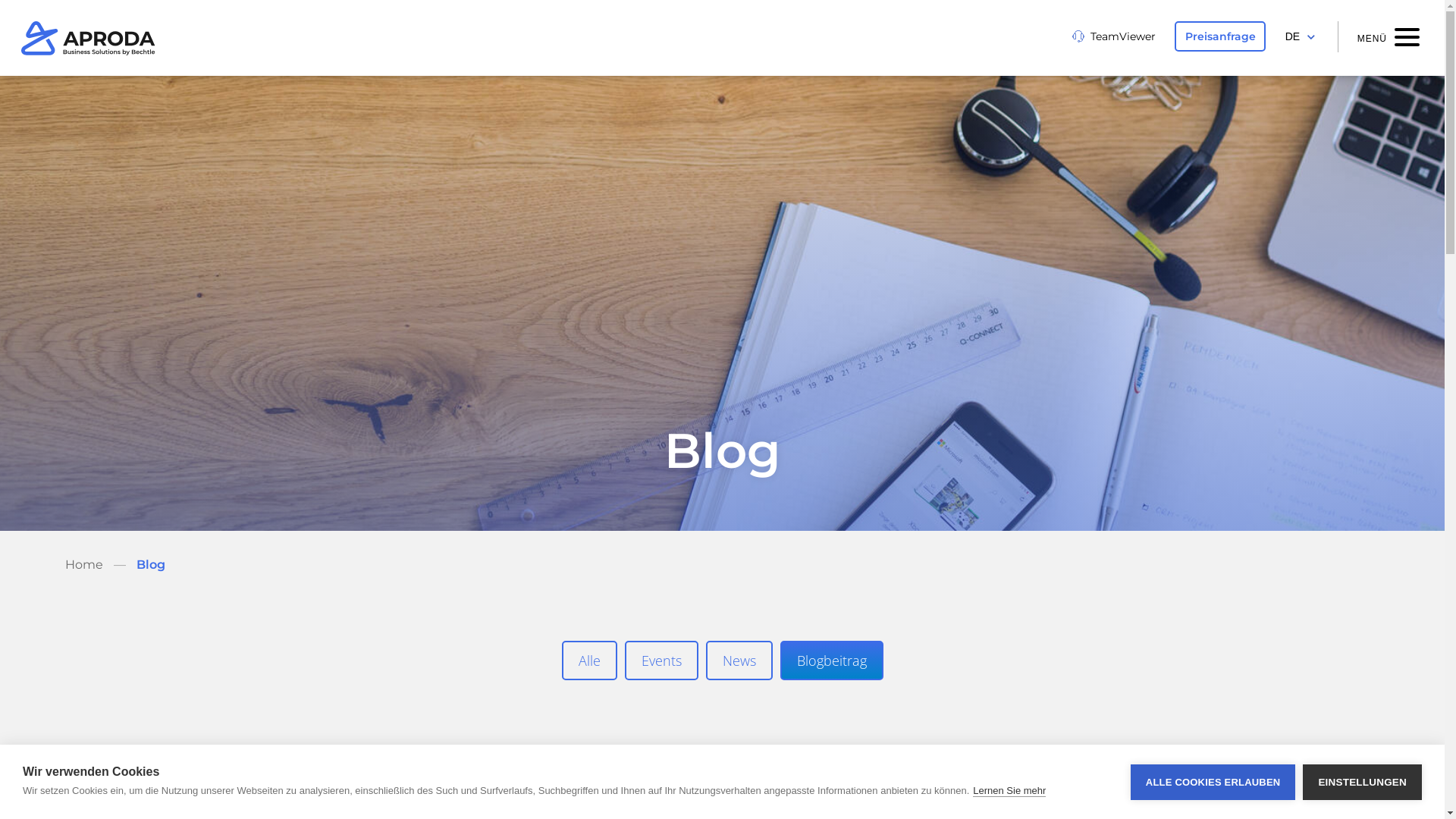 The width and height of the screenshot is (1456, 819). I want to click on 'Blogbeitrag', so click(830, 660).